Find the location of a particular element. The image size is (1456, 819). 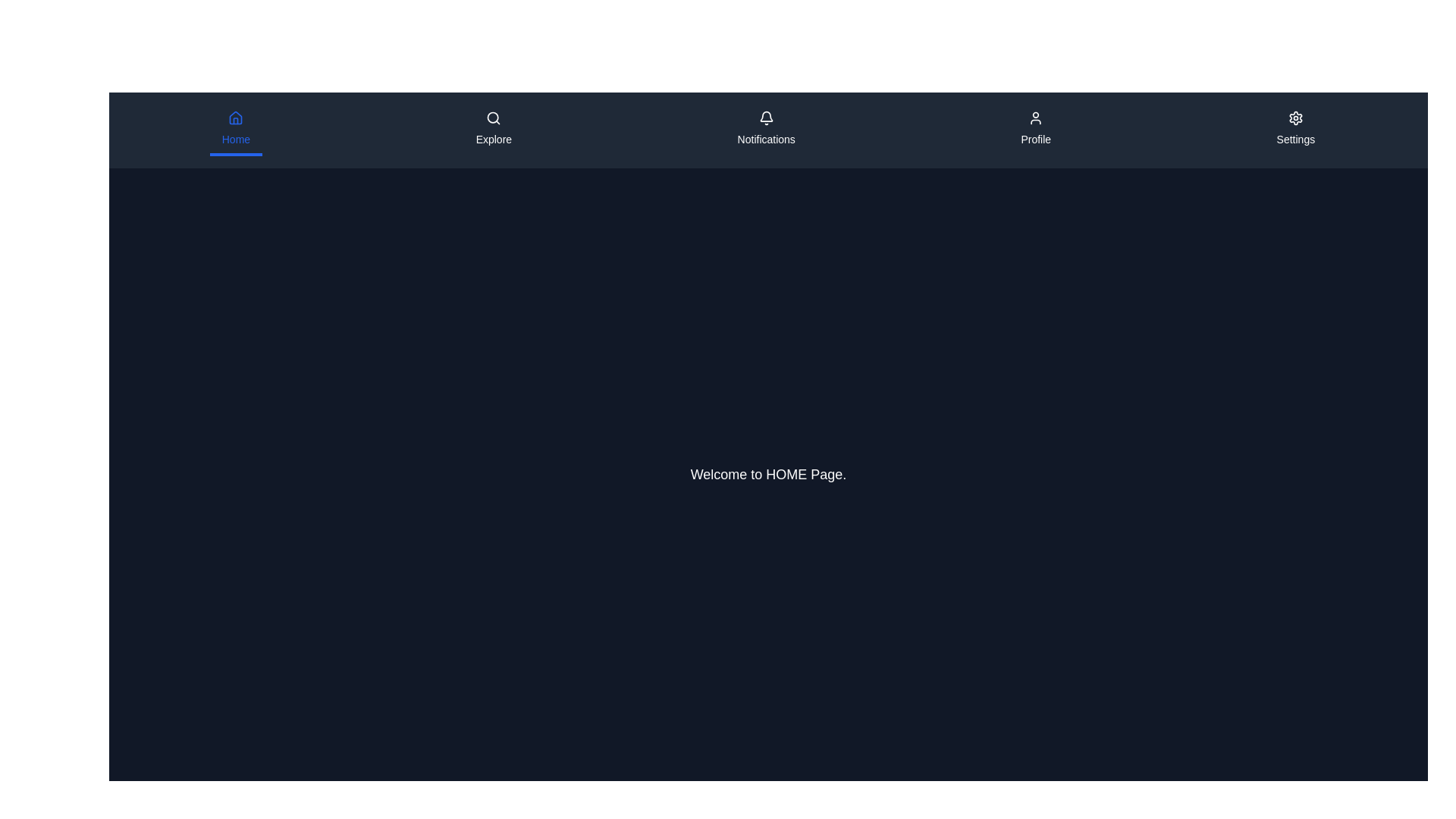

the 'Explore' button, which features a magnifying glass icon and is located in the top navigation bar is located at coordinates (494, 130).